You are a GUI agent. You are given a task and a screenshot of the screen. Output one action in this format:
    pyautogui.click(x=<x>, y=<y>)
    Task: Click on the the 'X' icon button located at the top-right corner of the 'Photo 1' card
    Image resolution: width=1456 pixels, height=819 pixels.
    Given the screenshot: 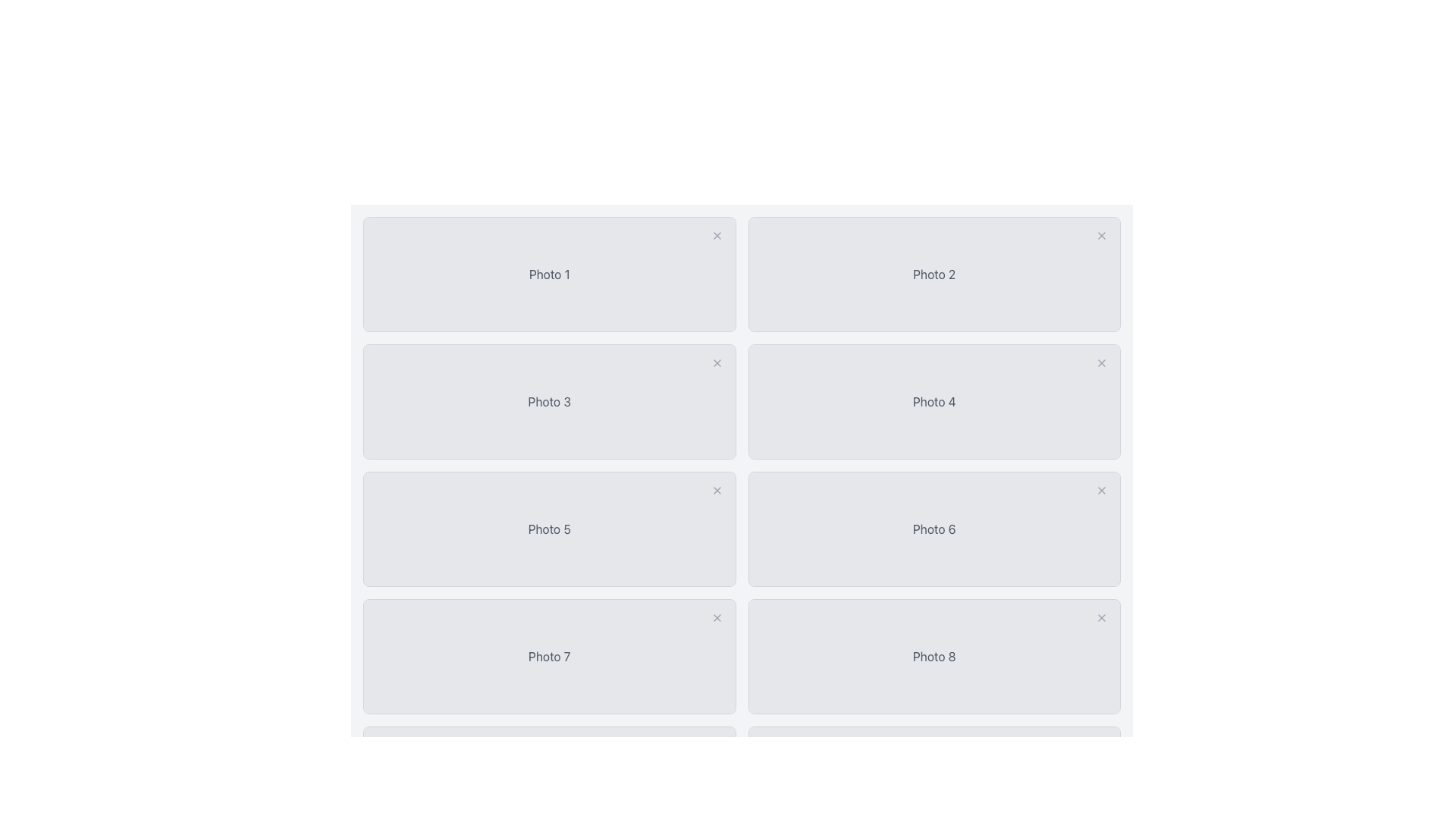 What is the action you would take?
    pyautogui.click(x=716, y=236)
    